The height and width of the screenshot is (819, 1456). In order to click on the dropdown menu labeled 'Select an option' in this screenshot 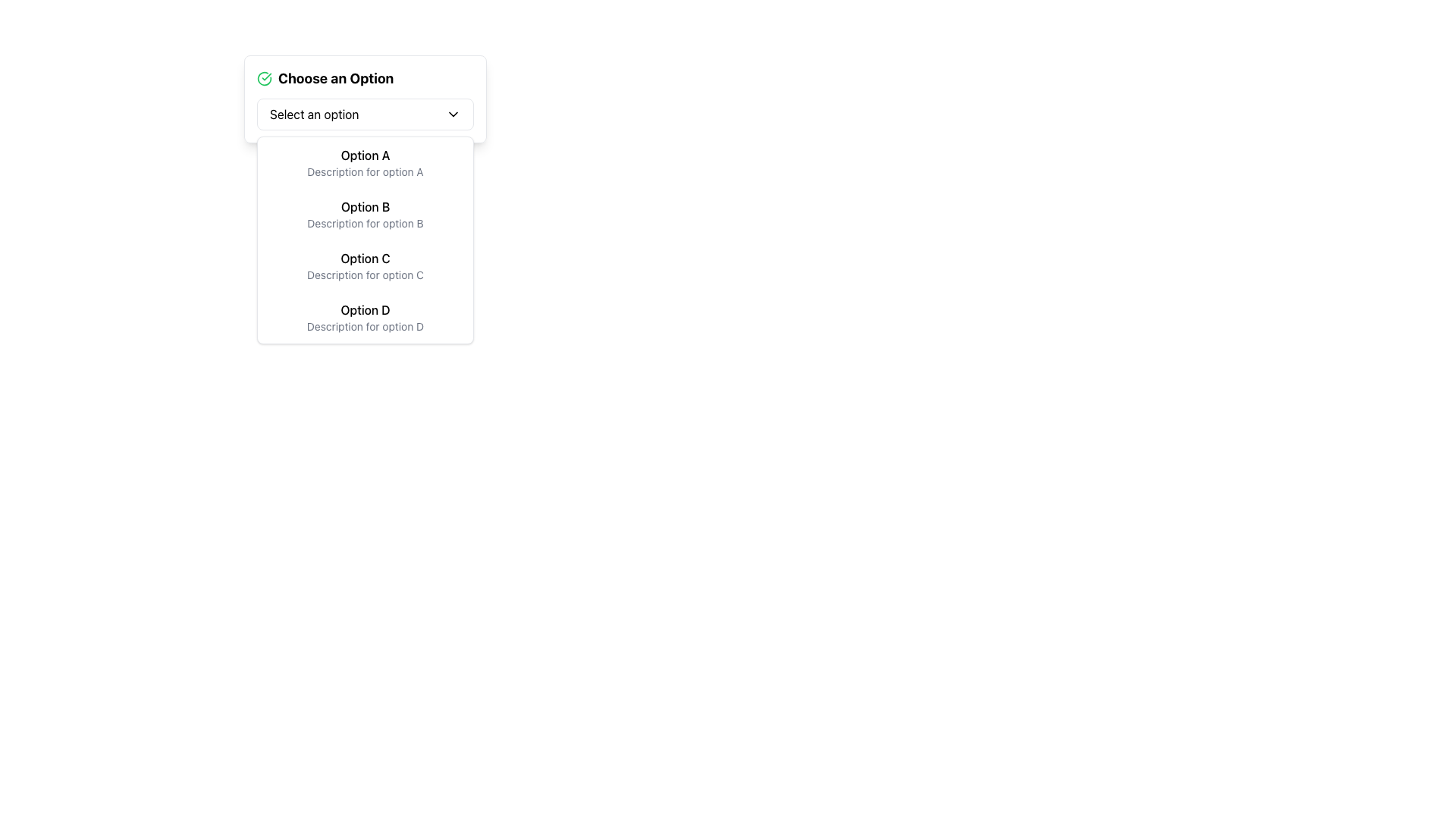, I will do `click(365, 113)`.